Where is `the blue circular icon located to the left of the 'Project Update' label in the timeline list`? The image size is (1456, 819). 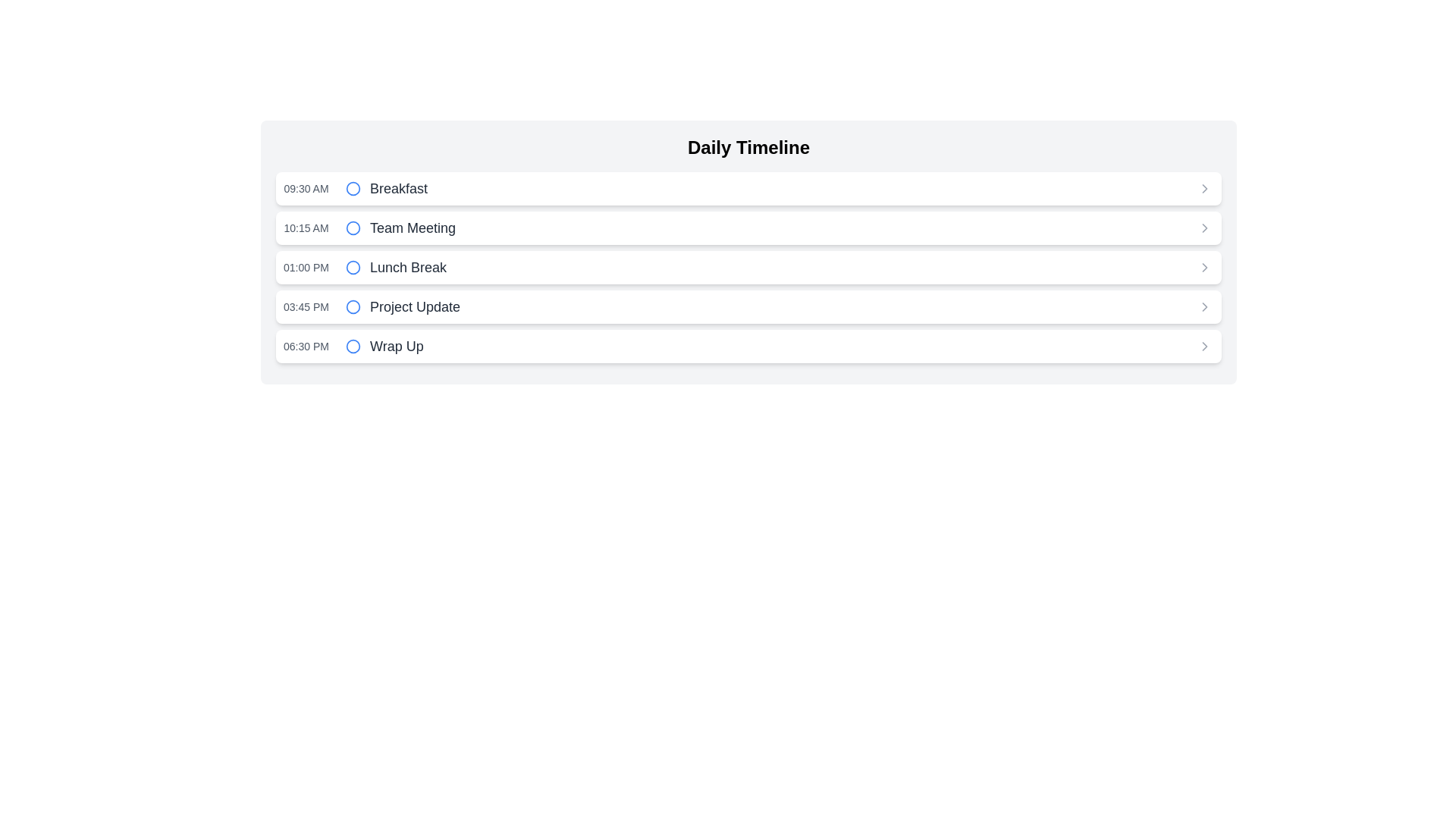
the blue circular icon located to the left of the 'Project Update' label in the timeline list is located at coordinates (352, 307).